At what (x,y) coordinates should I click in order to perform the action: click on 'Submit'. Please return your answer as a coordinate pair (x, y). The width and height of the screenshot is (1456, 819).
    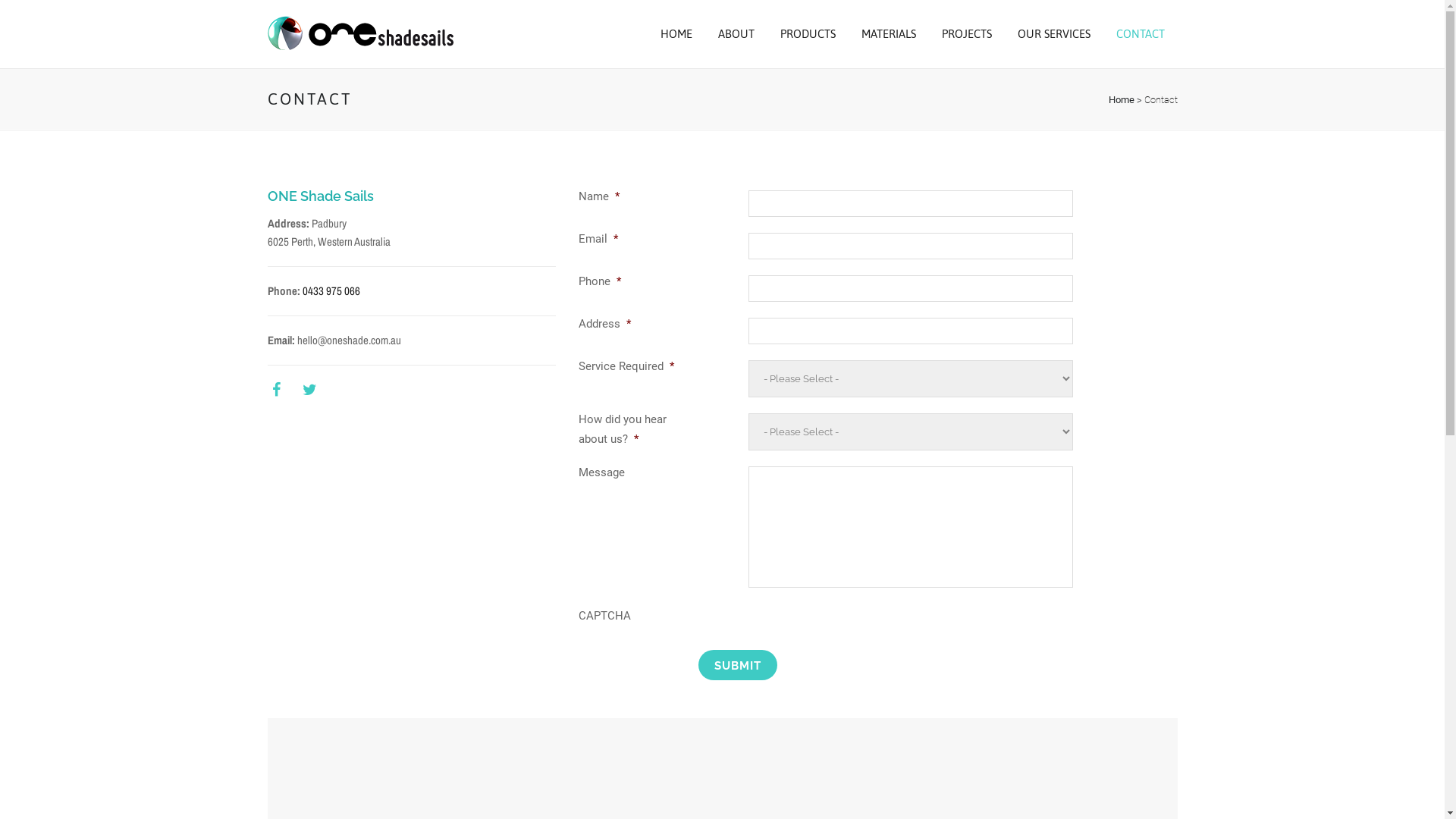
    Looking at the image, I should click on (736, 664).